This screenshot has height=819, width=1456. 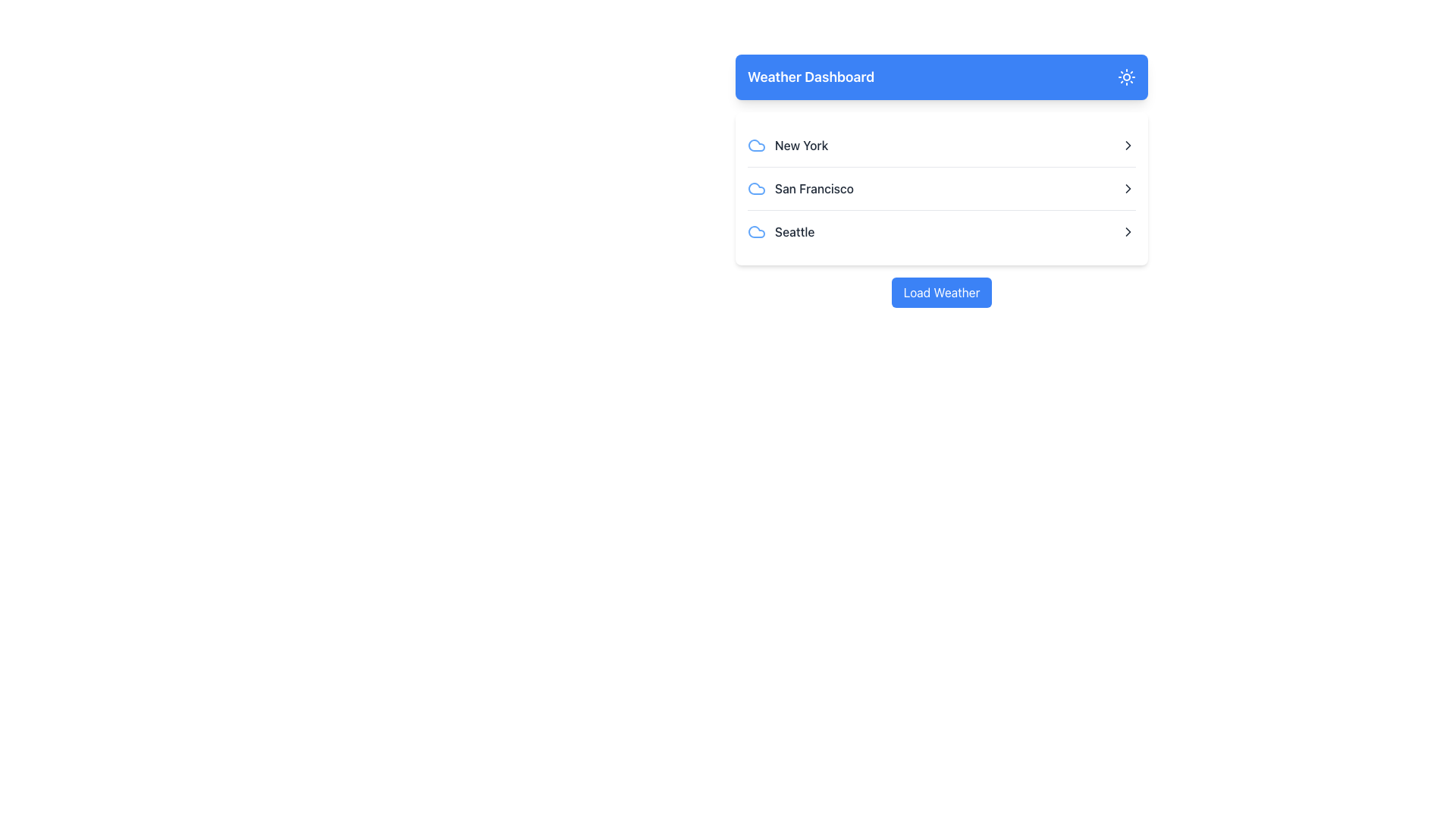 I want to click on the cloud status icon located on the left side of the 'Seattle' list item in the Weather Dashboard interface, so click(x=757, y=231).